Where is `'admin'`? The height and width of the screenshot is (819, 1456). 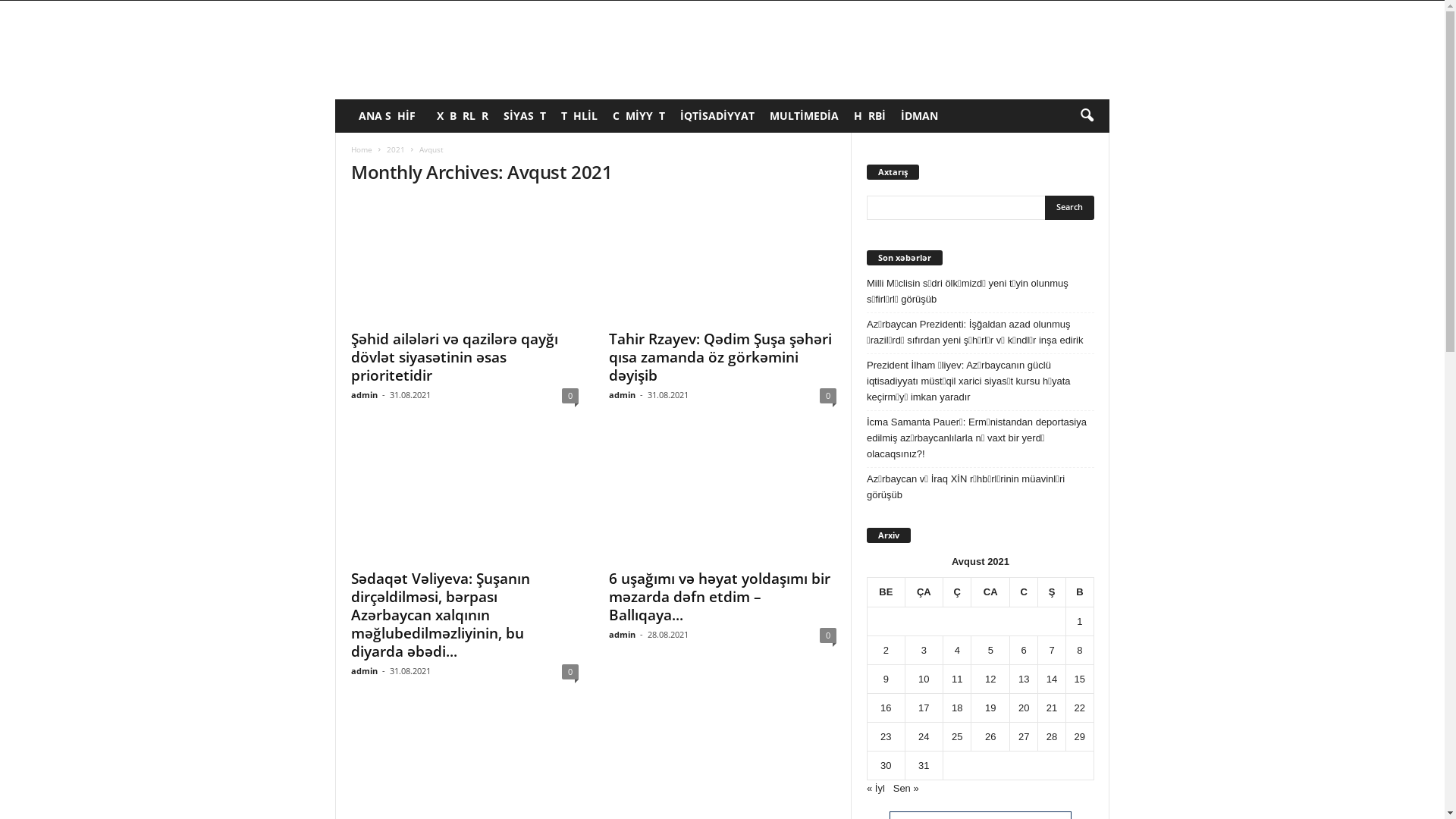
'admin' is located at coordinates (350, 394).